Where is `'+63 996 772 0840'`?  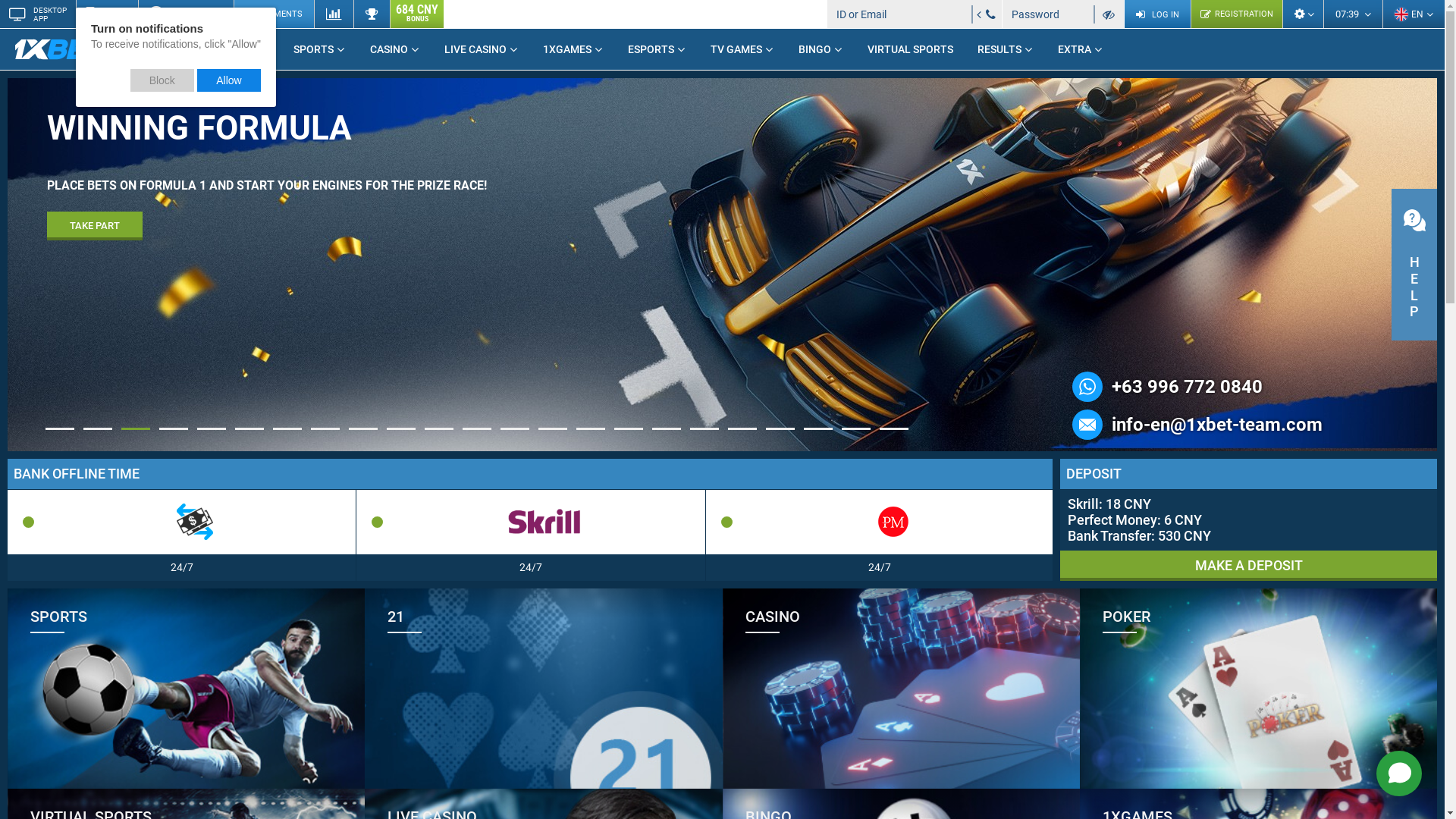 '+63 996 772 0840' is located at coordinates (1186, 385).